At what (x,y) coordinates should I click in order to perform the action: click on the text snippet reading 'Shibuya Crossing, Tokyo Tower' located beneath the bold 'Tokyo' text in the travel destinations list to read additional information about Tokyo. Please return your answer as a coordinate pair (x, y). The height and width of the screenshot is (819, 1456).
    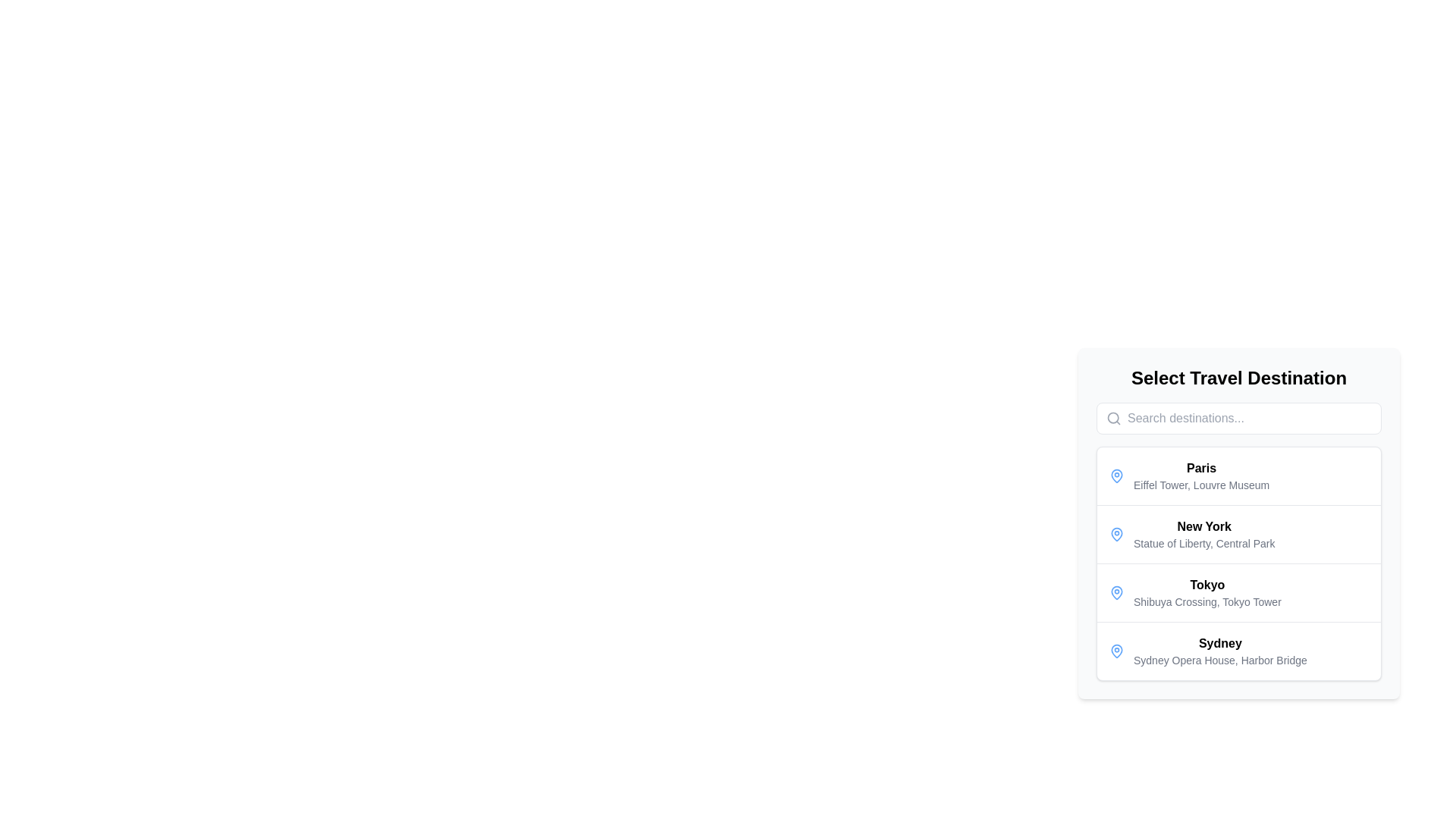
    Looking at the image, I should click on (1207, 601).